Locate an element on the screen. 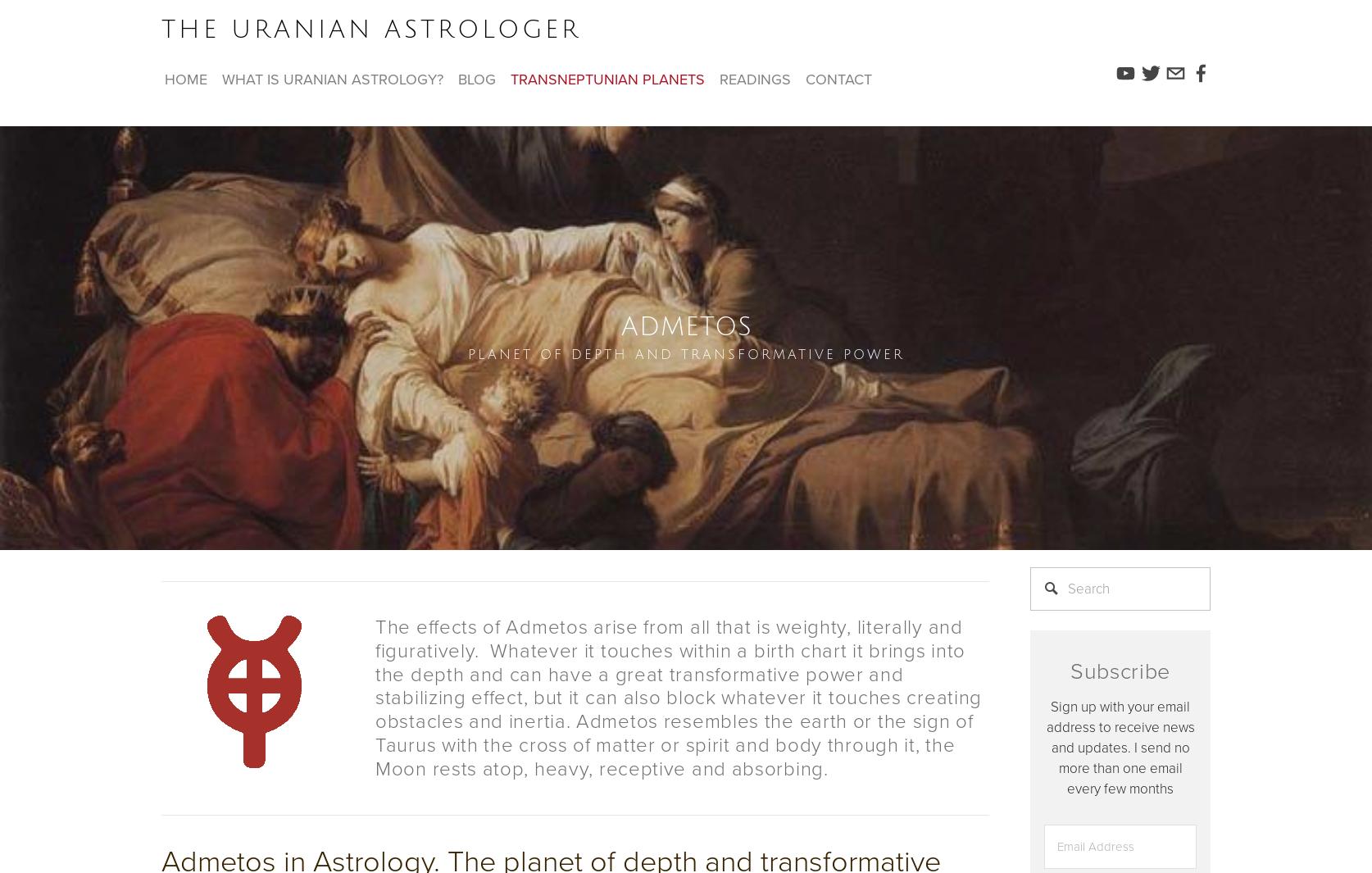 This screenshot has height=873, width=1372. 'Subscribe' is located at coordinates (1119, 671).